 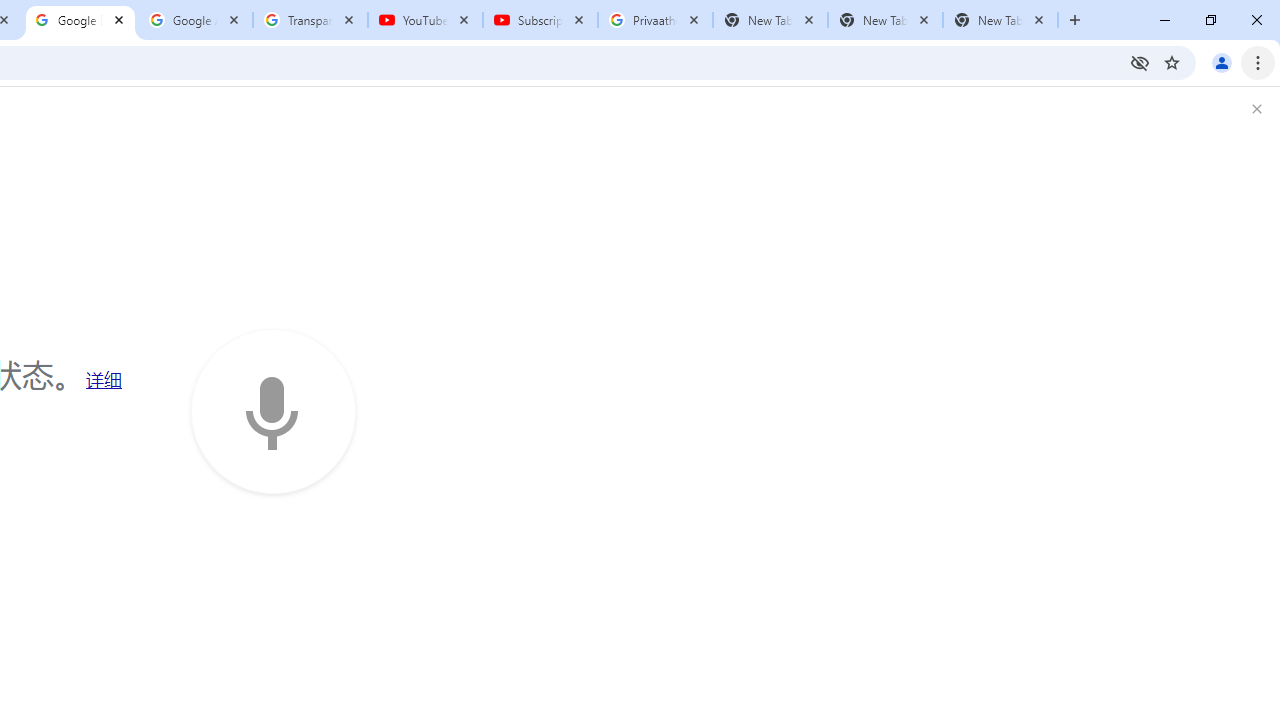 What do you see at coordinates (540, 20) in the screenshot?
I see `'Subscriptions - YouTube'` at bounding box center [540, 20].